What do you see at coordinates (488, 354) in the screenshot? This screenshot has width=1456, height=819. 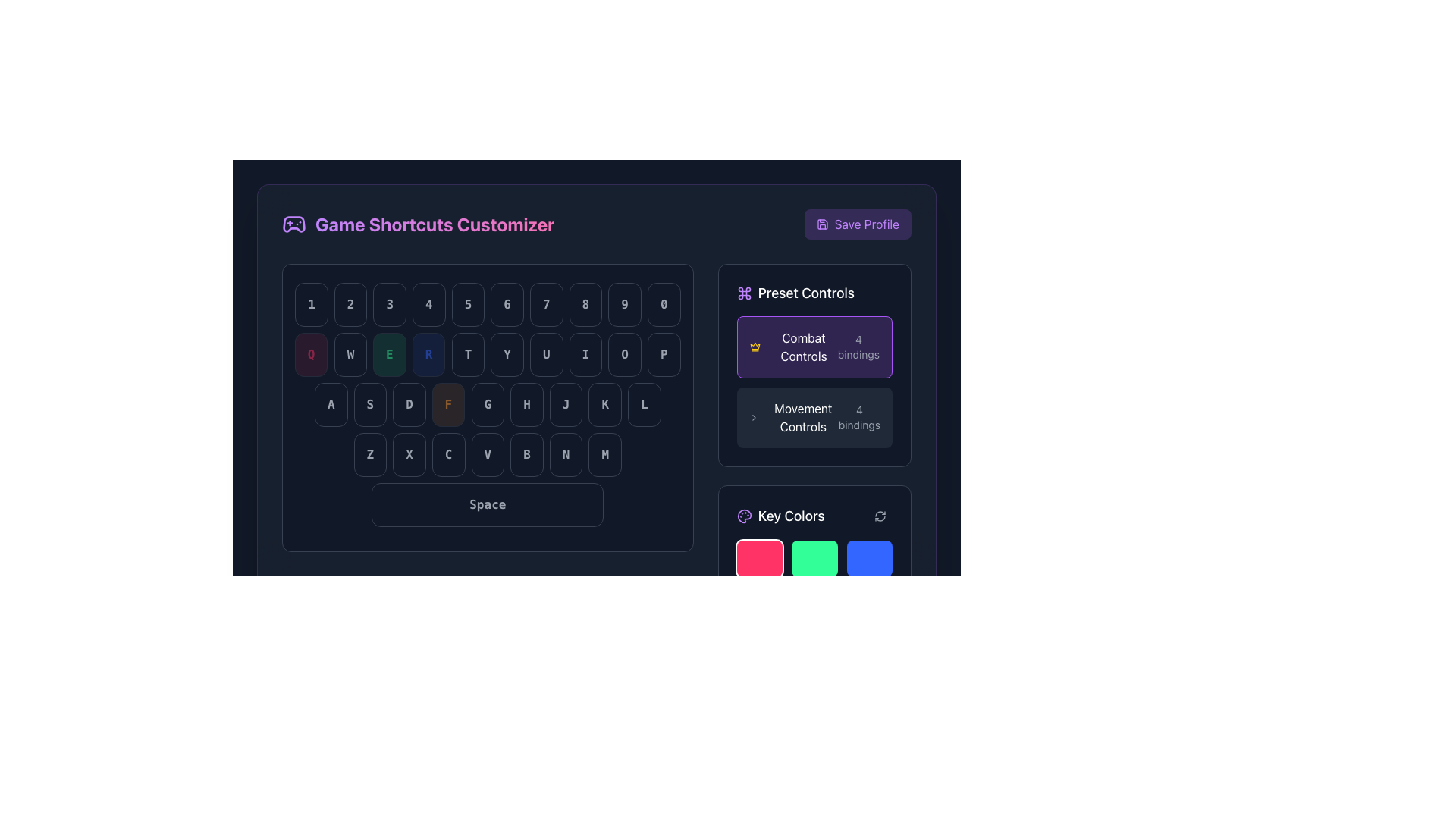 I see `the row of buttons representing keyboard keys, specifically the buttons labeled 'Q Ultimate Ability W E Special Attack R Reload T Y U I O P'` at bounding box center [488, 354].